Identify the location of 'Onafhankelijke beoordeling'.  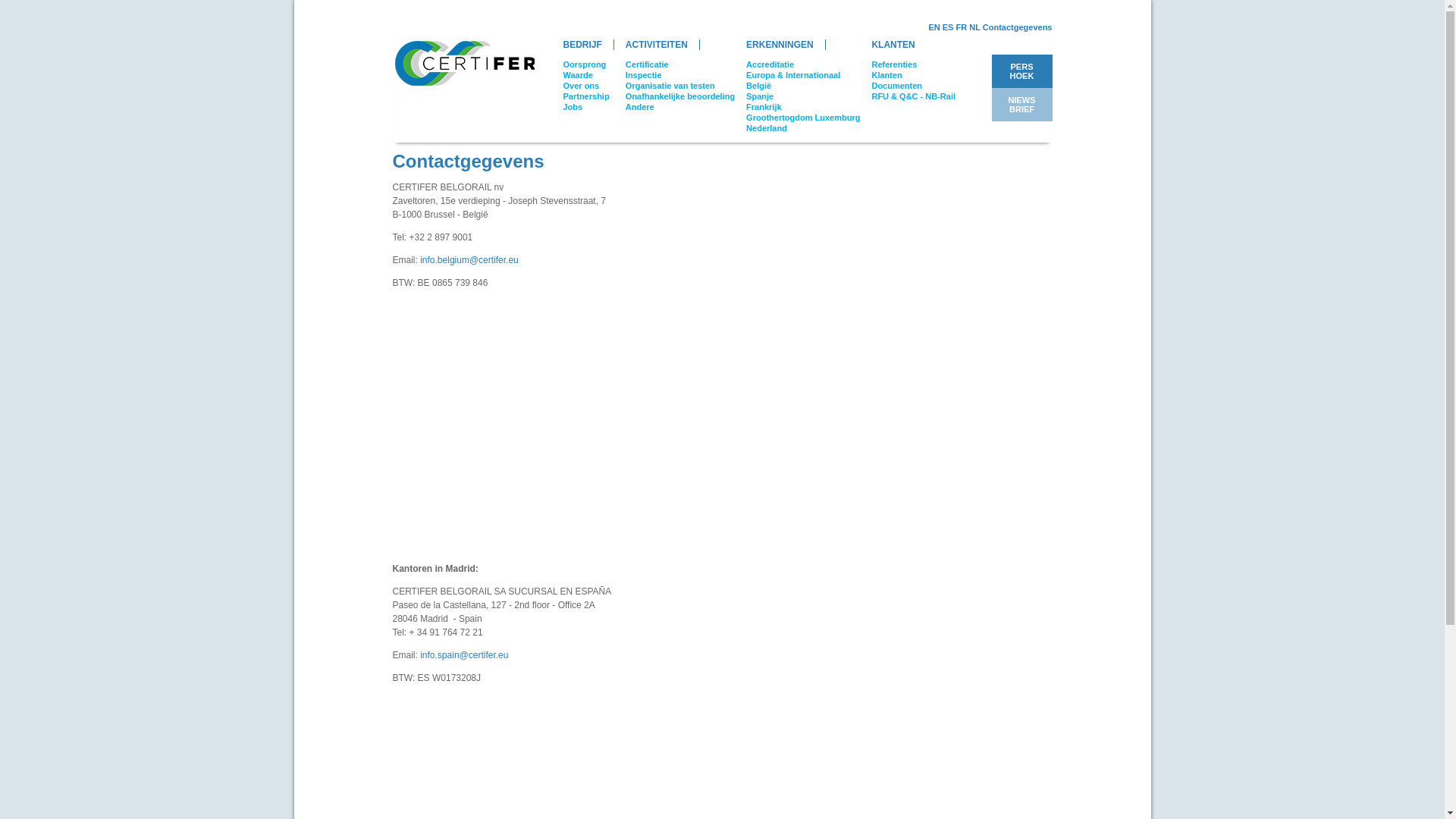
(679, 96).